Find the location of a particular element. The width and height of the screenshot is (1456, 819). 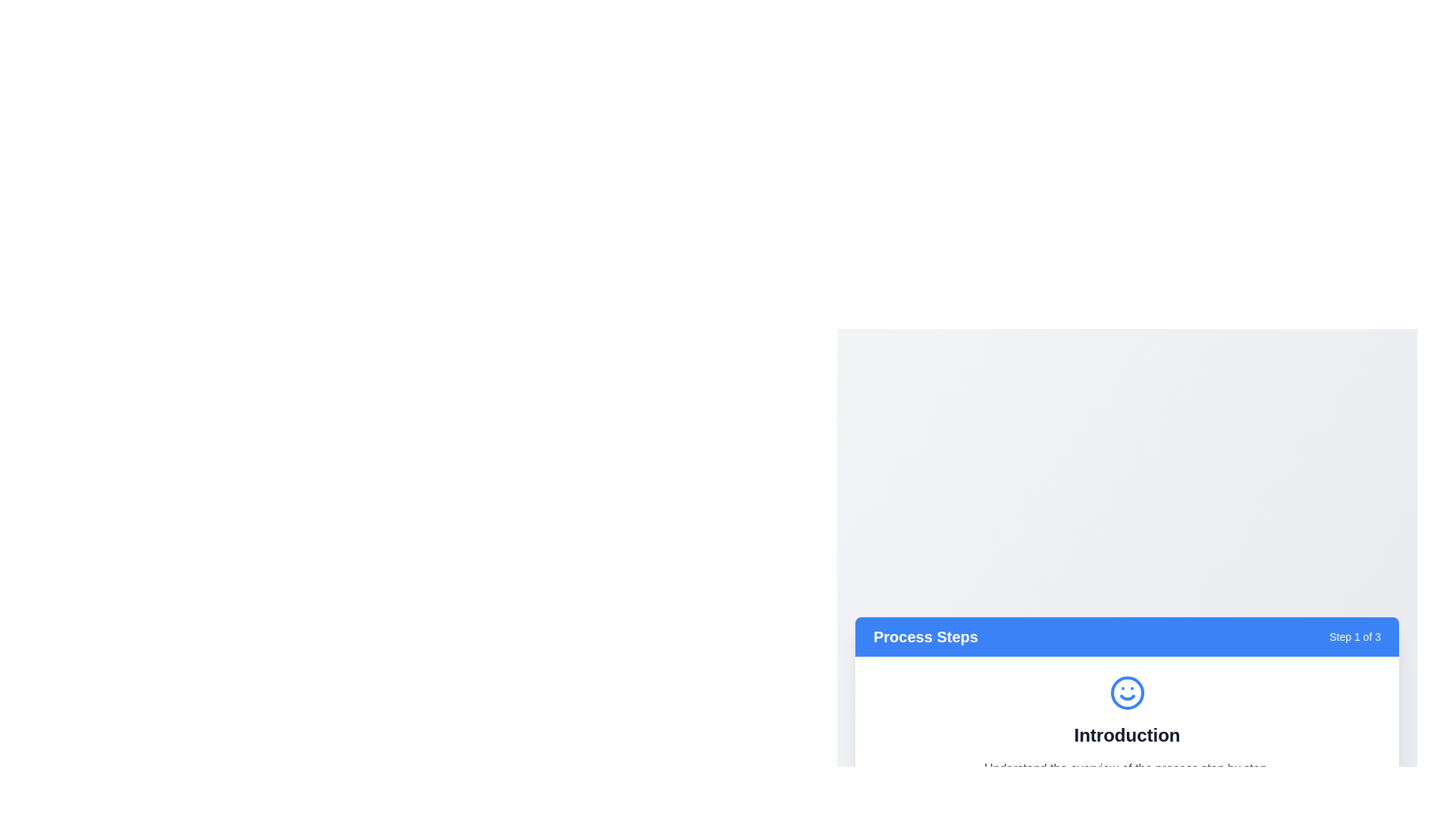

the static text label indicating the current step in the process, which is positioned within a blue rectangular header and aligned with the 'Process Steps' text element is located at coordinates (1355, 636).